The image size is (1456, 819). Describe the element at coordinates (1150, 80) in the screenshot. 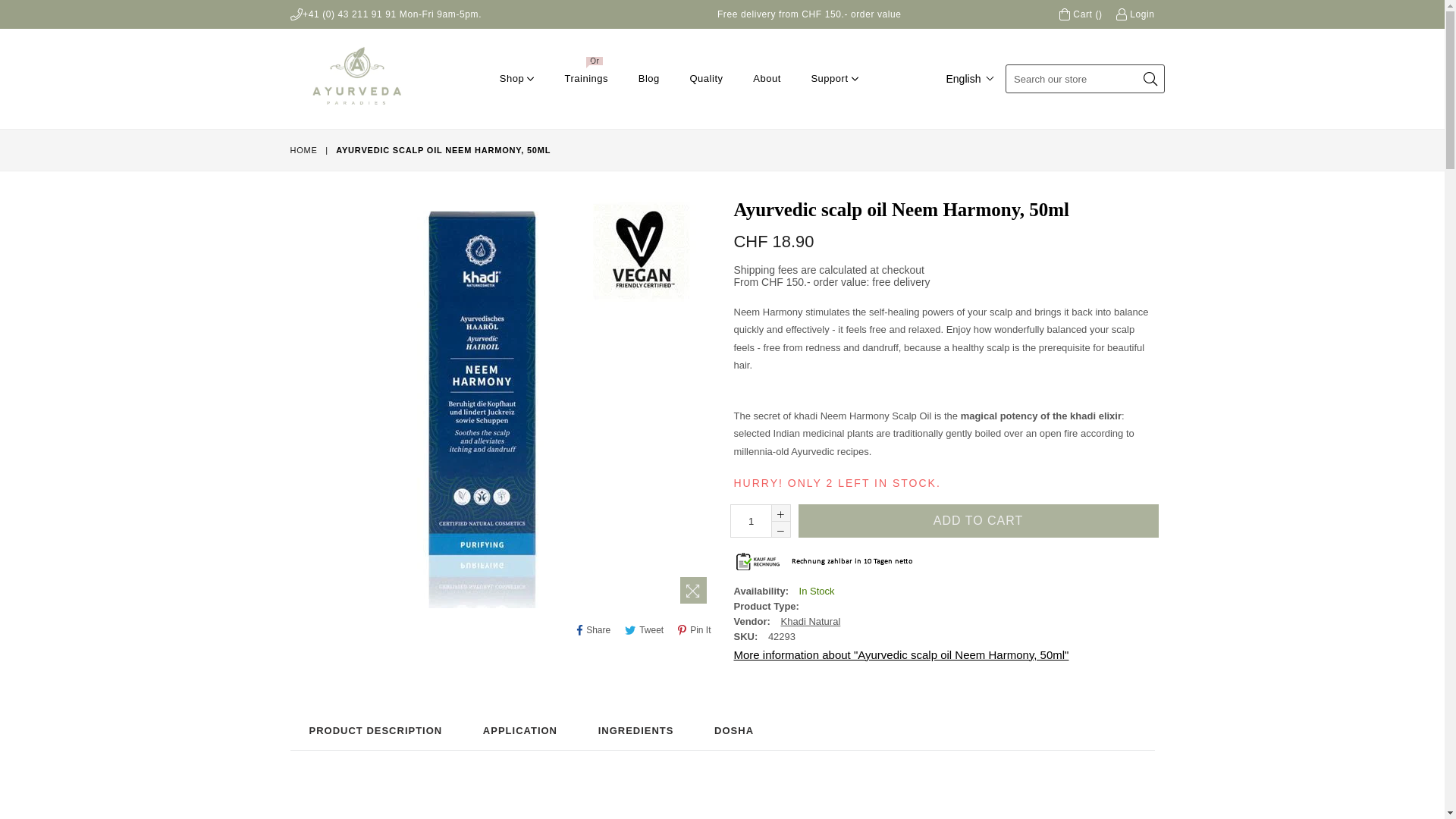

I see `'Submit'` at that location.